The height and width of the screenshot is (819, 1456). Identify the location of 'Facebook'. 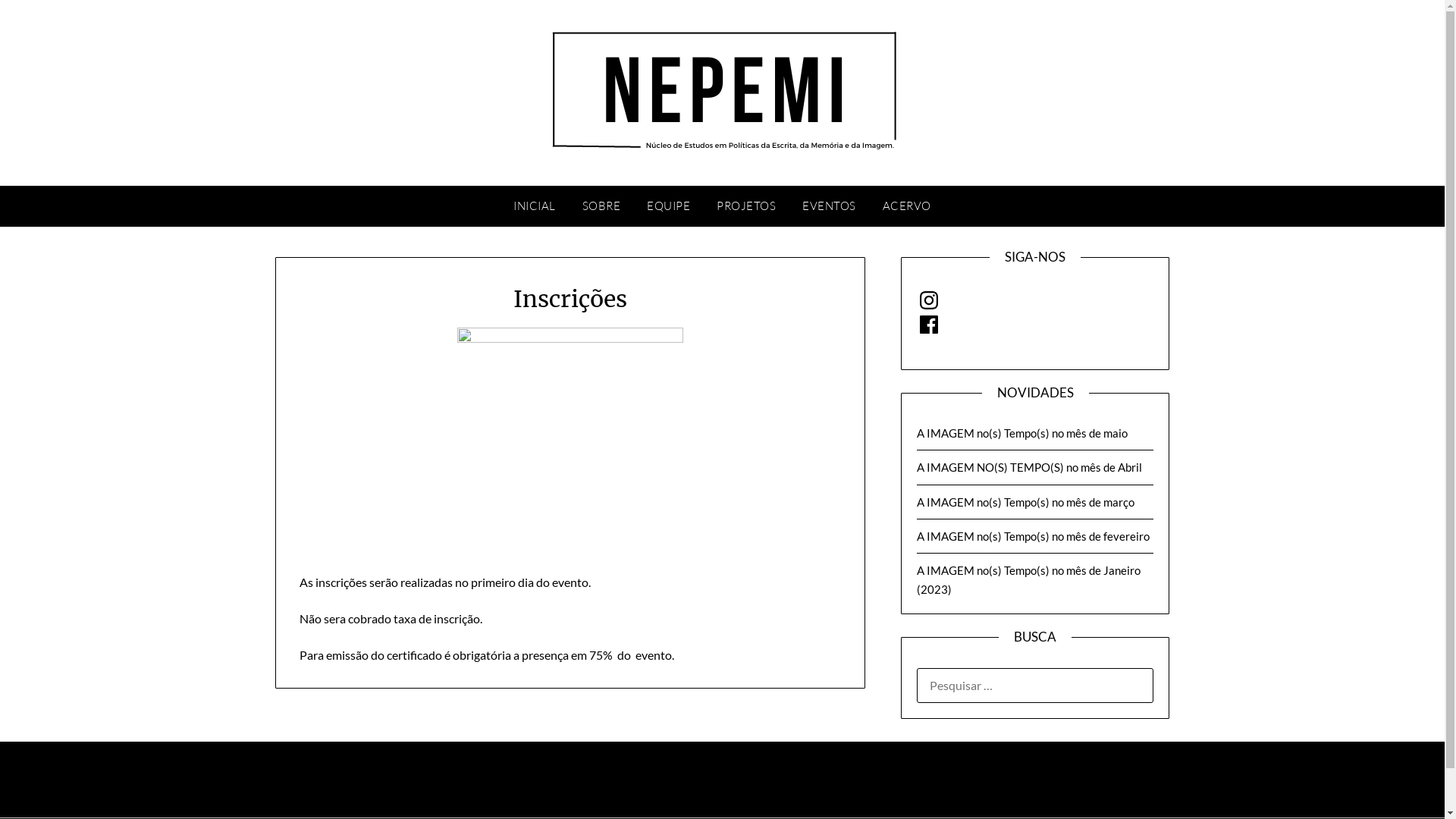
(927, 324).